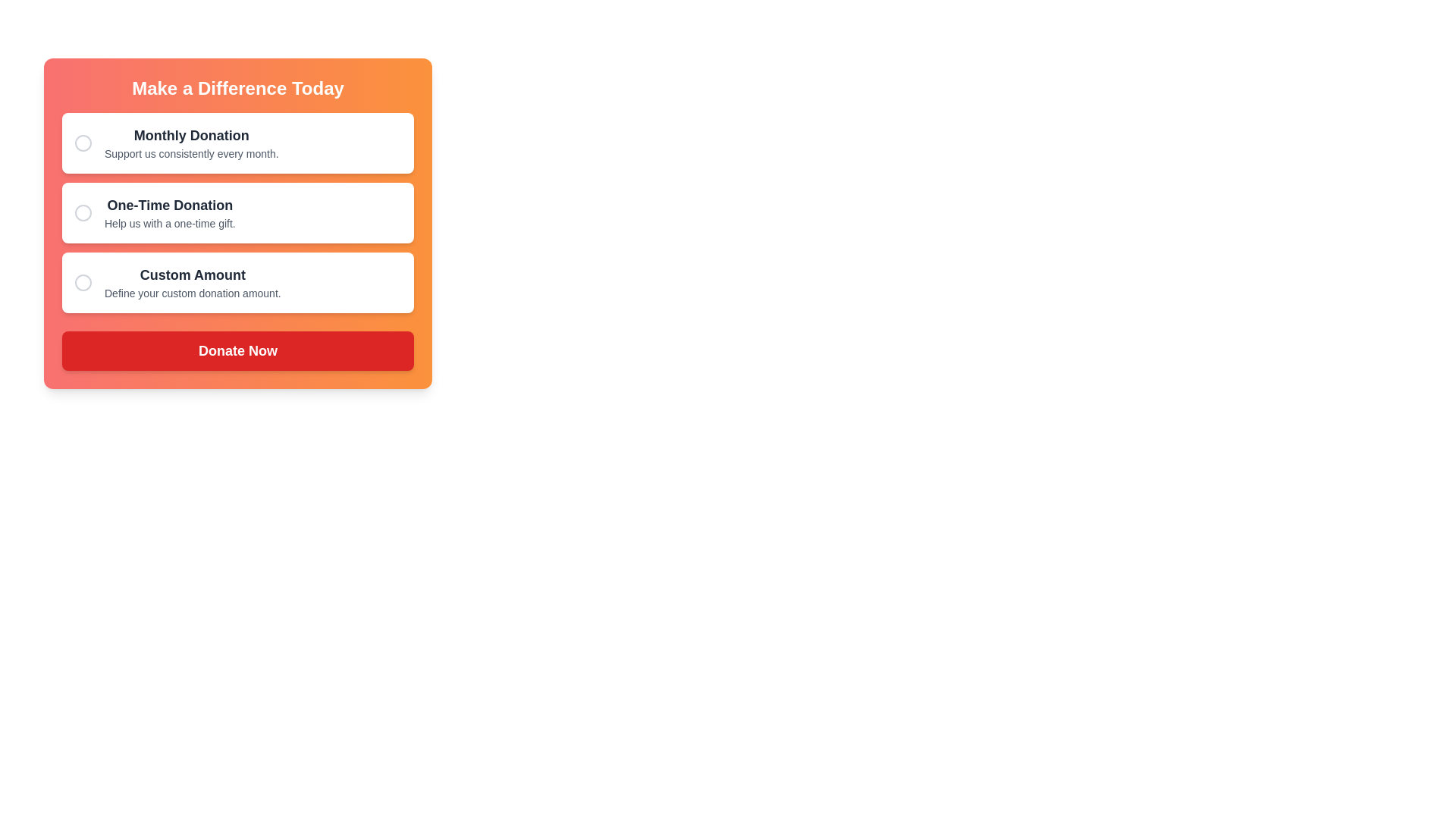 The width and height of the screenshot is (1456, 819). Describe the element at coordinates (83, 283) in the screenshot. I see `the unselected radio button for the 'Custom Amount' donation option, which is the third circular outline element in the vertical list within the 'Make a Difference Today' card` at that location.